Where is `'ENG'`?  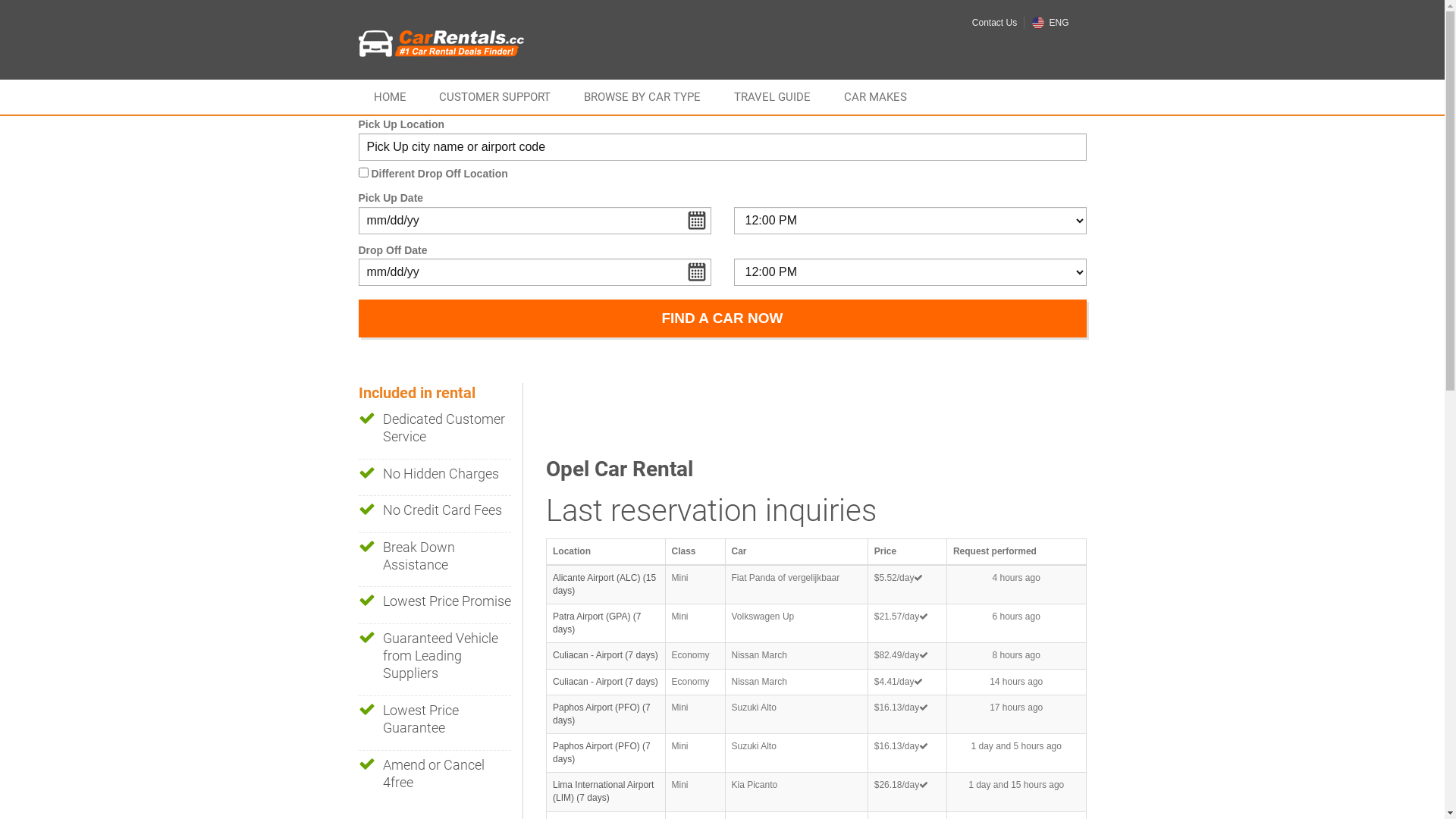
'ENG' is located at coordinates (1031, 23).